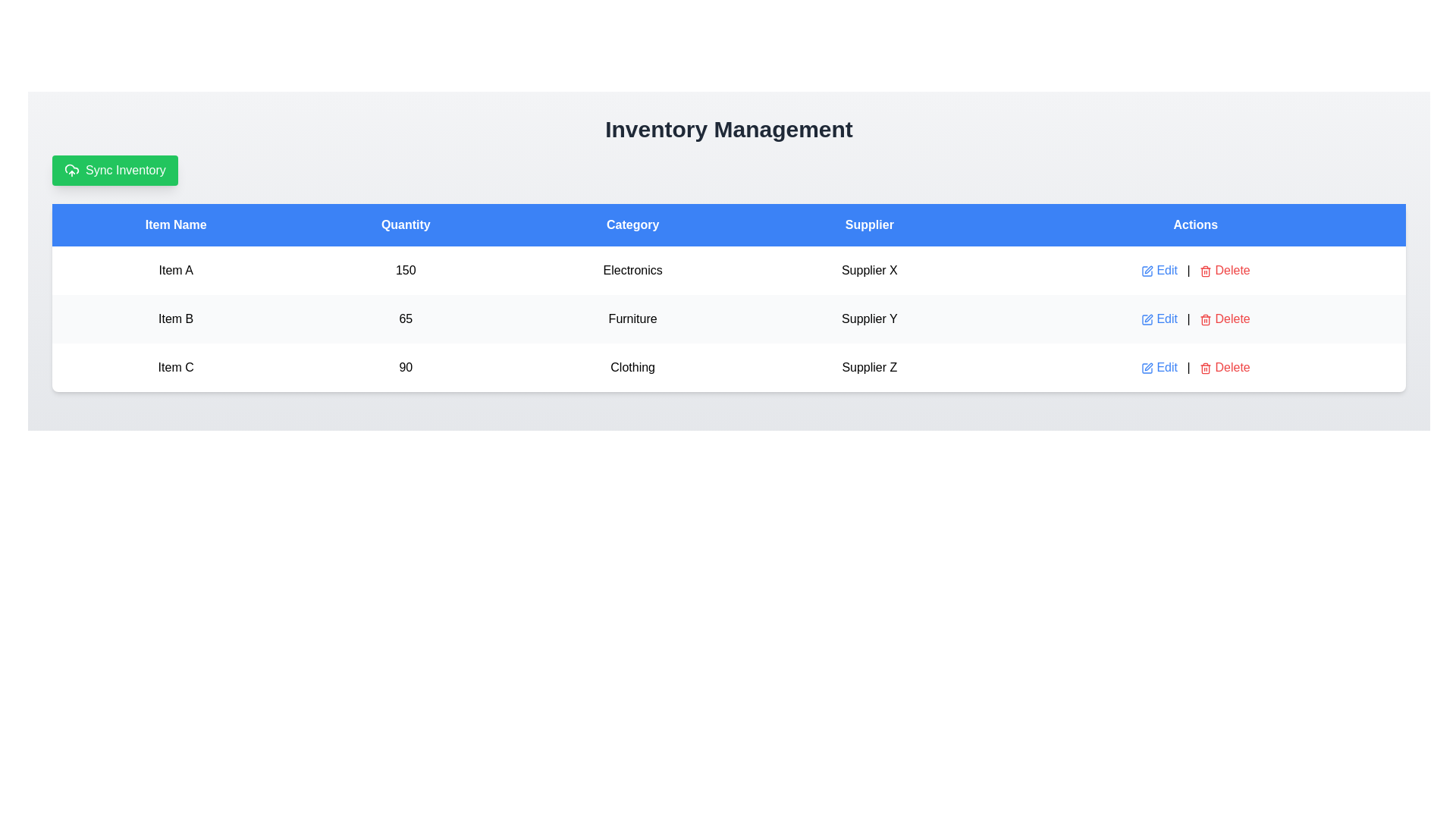  I want to click on the column header labeled 'Actions', which has a blue background and white centered text, located at the far right of the table's header row, so click(1194, 225).